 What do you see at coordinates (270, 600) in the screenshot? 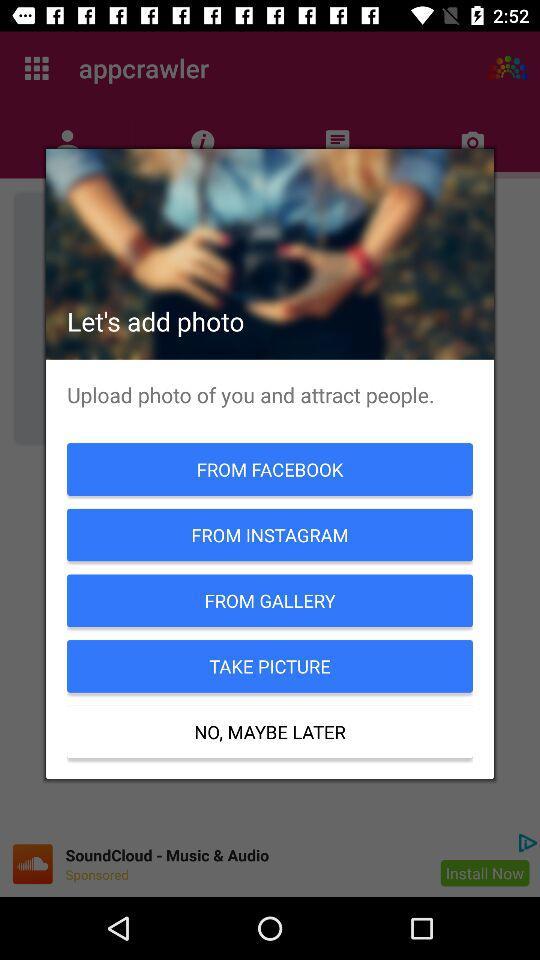
I see `the from gallery icon` at bounding box center [270, 600].